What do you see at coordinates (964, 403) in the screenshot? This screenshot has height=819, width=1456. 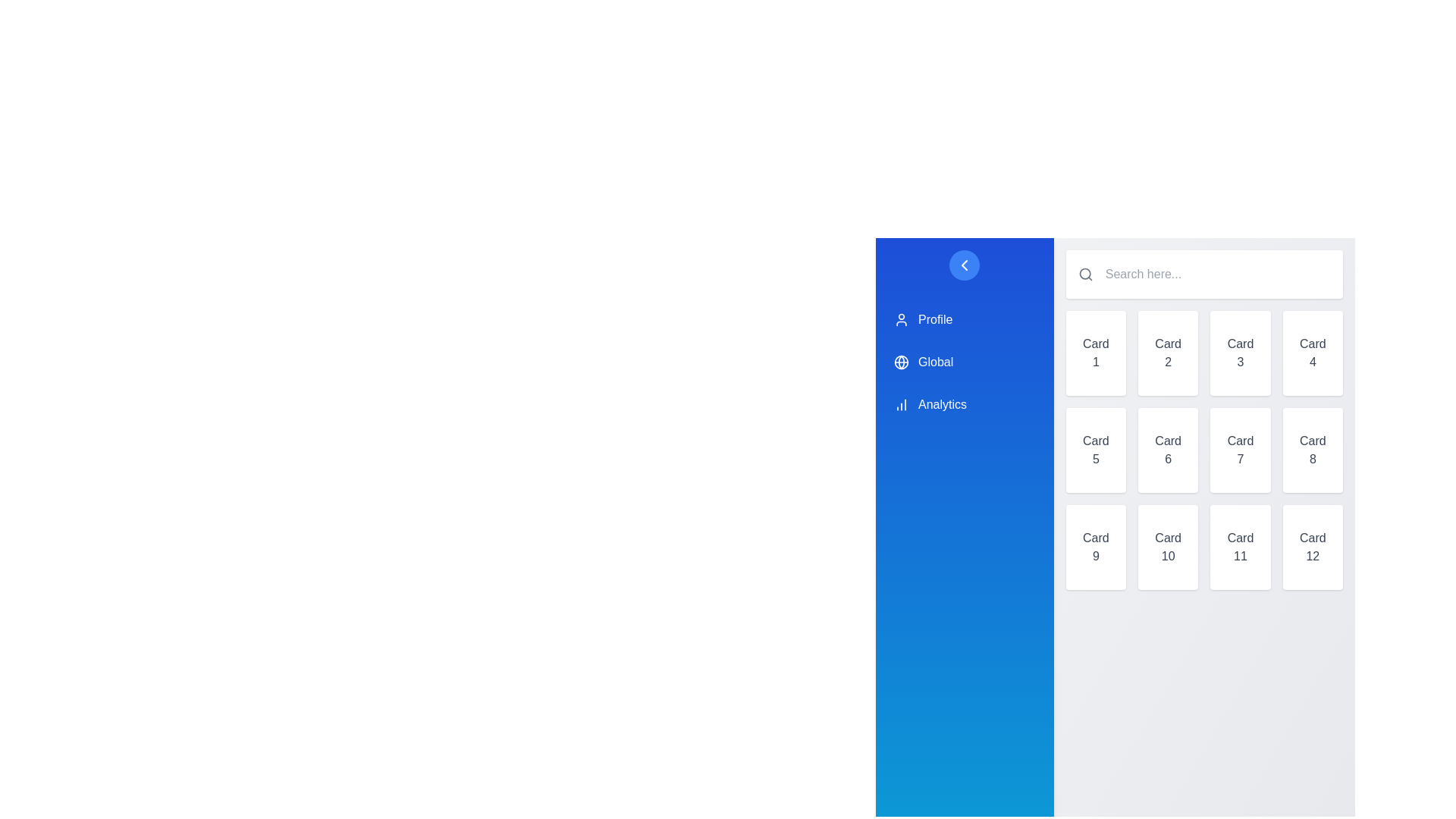 I see `the navigation menu item labeled Analytics` at bounding box center [964, 403].